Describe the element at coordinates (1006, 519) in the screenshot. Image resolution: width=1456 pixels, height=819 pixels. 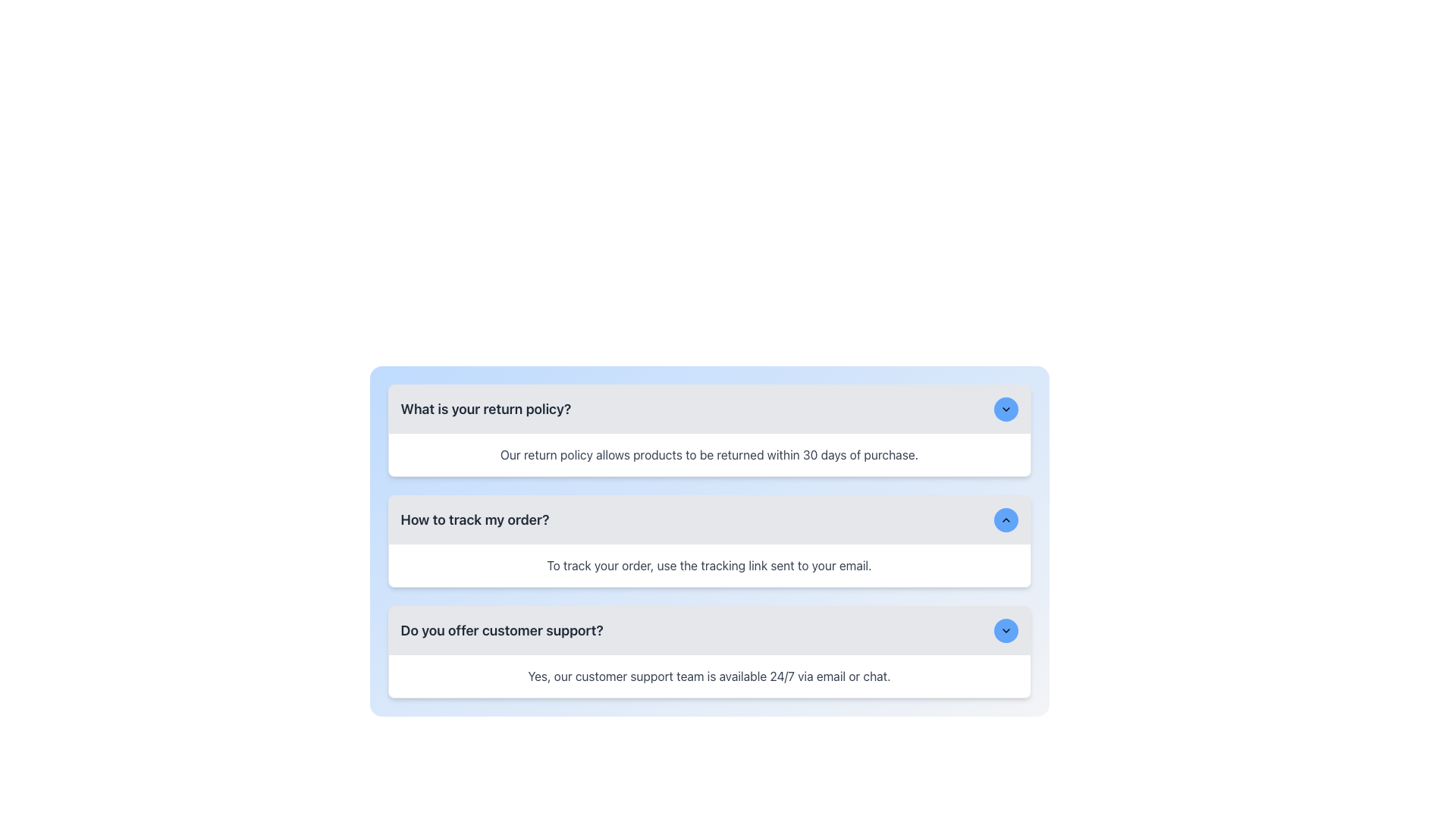
I see `the circular blue button with an upward-pointing chevron icon, located on the right end of the panel containing the question 'How to track my order?'` at that location.